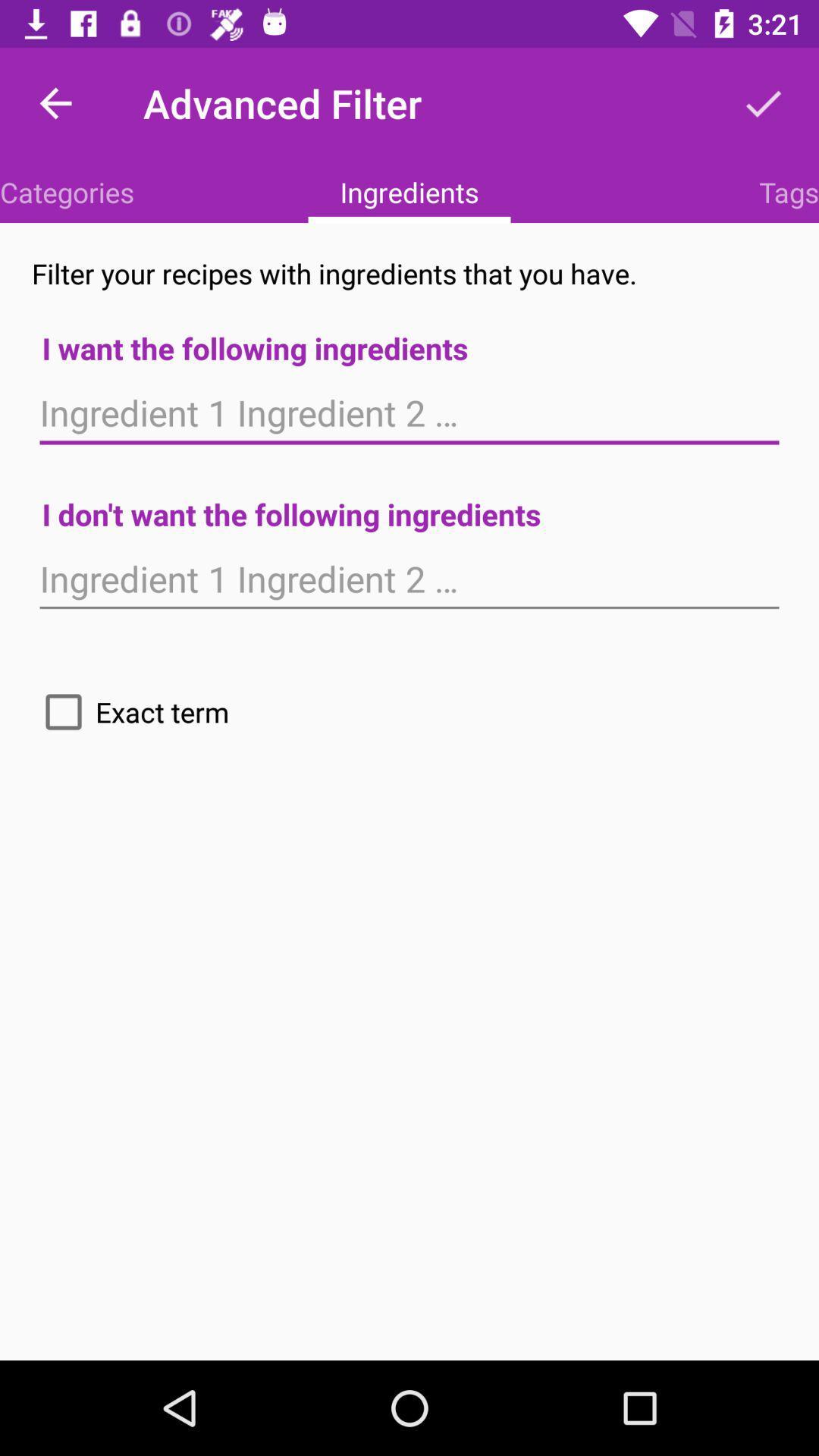 This screenshot has width=819, height=1456. What do you see at coordinates (788, 191) in the screenshot?
I see `the icon above the i want the` at bounding box center [788, 191].